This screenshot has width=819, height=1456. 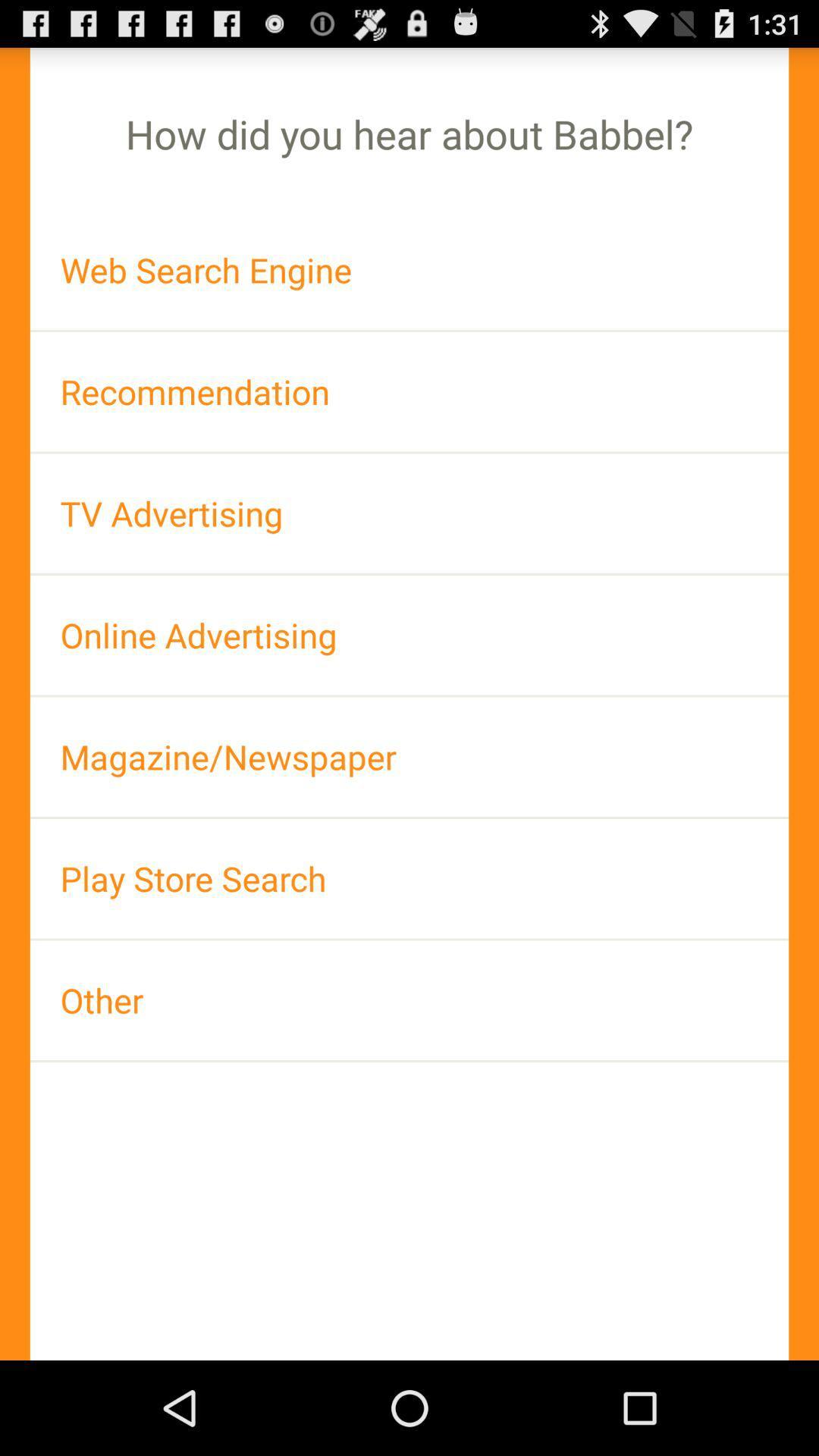 What do you see at coordinates (409, 391) in the screenshot?
I see `the recommendation` at bounding box center [409, 391].